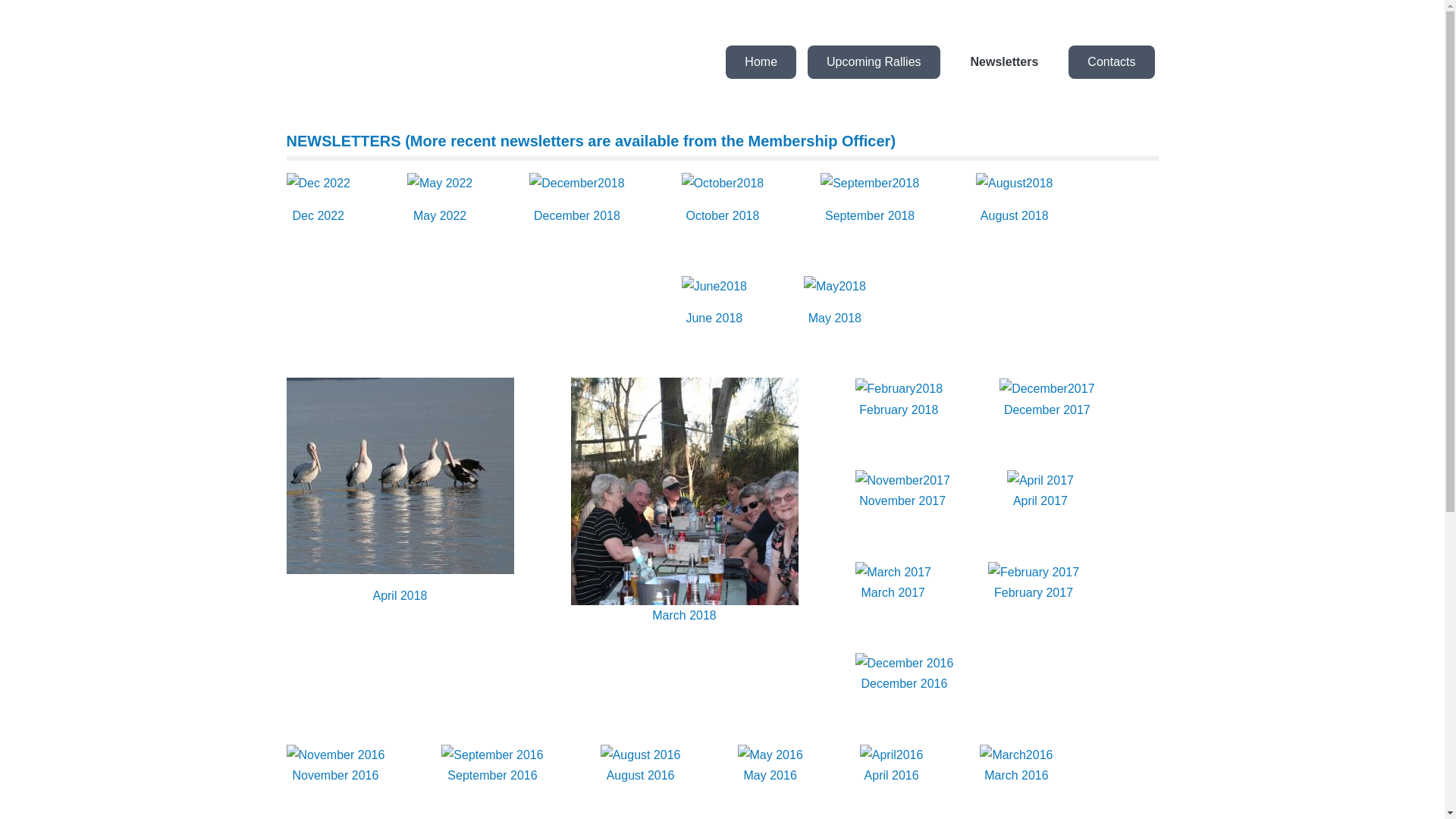  What do you see at coordinates (807, 317) in the screenshot?
I see `'May 2018'` at bounding box center [807, 317].